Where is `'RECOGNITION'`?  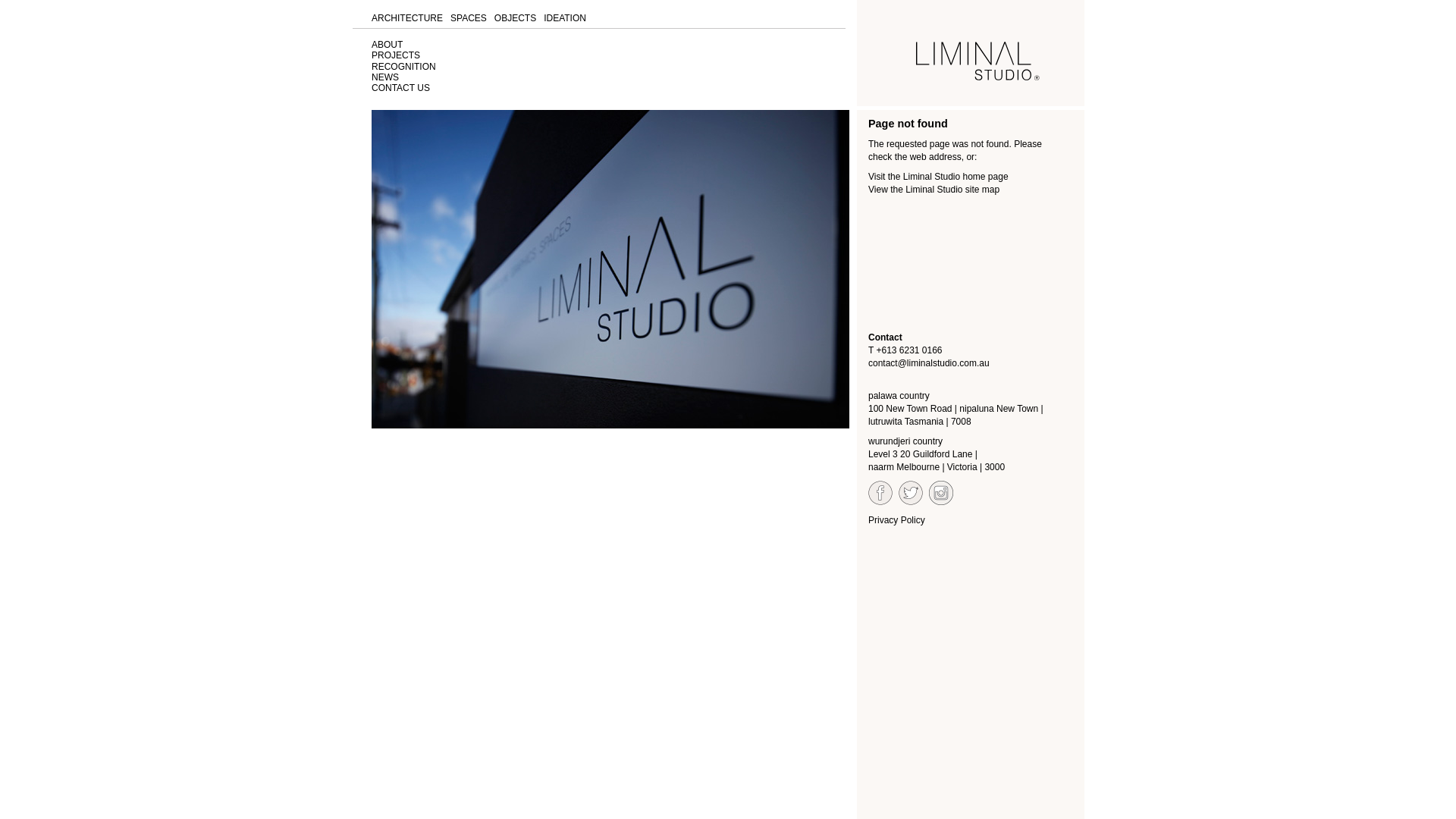
'RECOGNITION' is located at coordinates (403, 66).